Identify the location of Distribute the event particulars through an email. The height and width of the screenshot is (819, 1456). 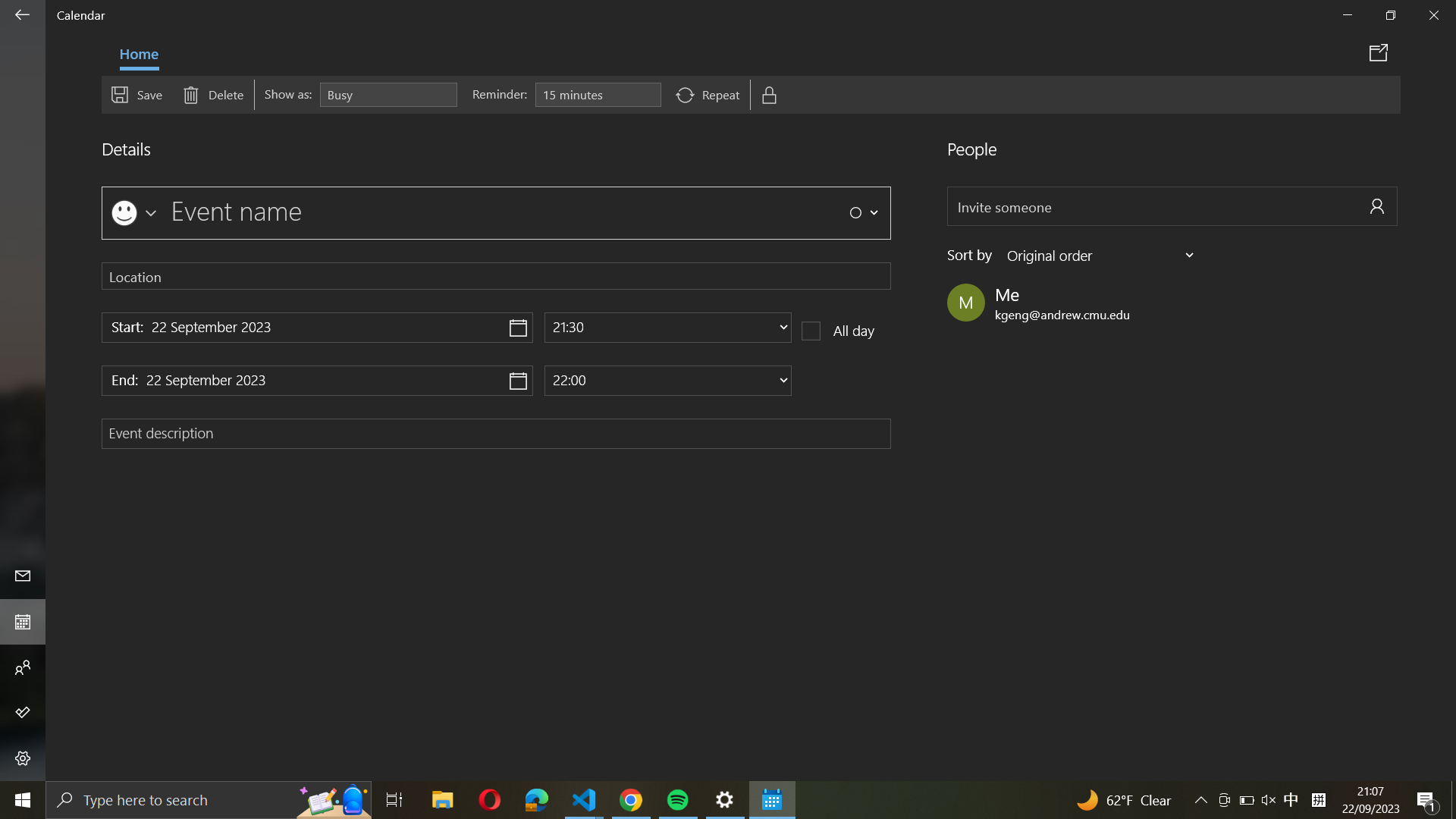
(1381, 52).